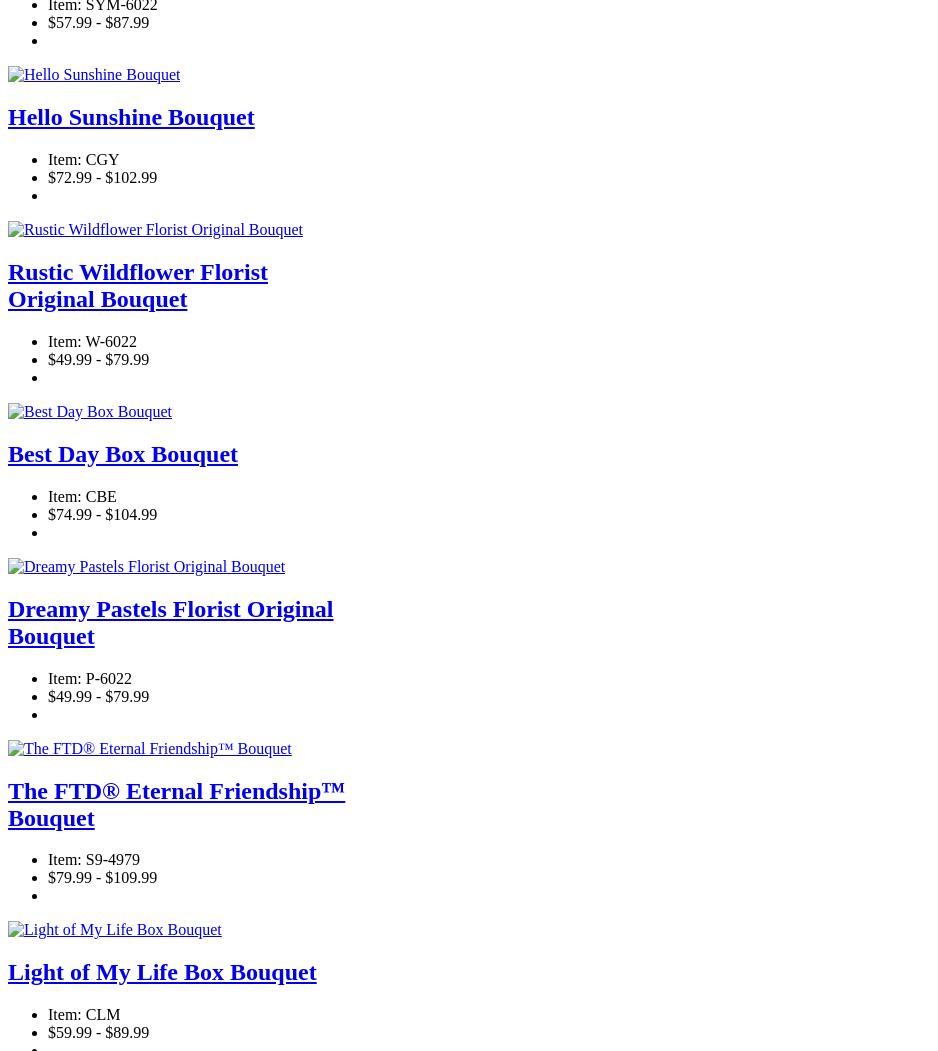 This screenshot has width=938, height=1051. I want to click on '$59.99	- $89.99', so click(98, 1031).